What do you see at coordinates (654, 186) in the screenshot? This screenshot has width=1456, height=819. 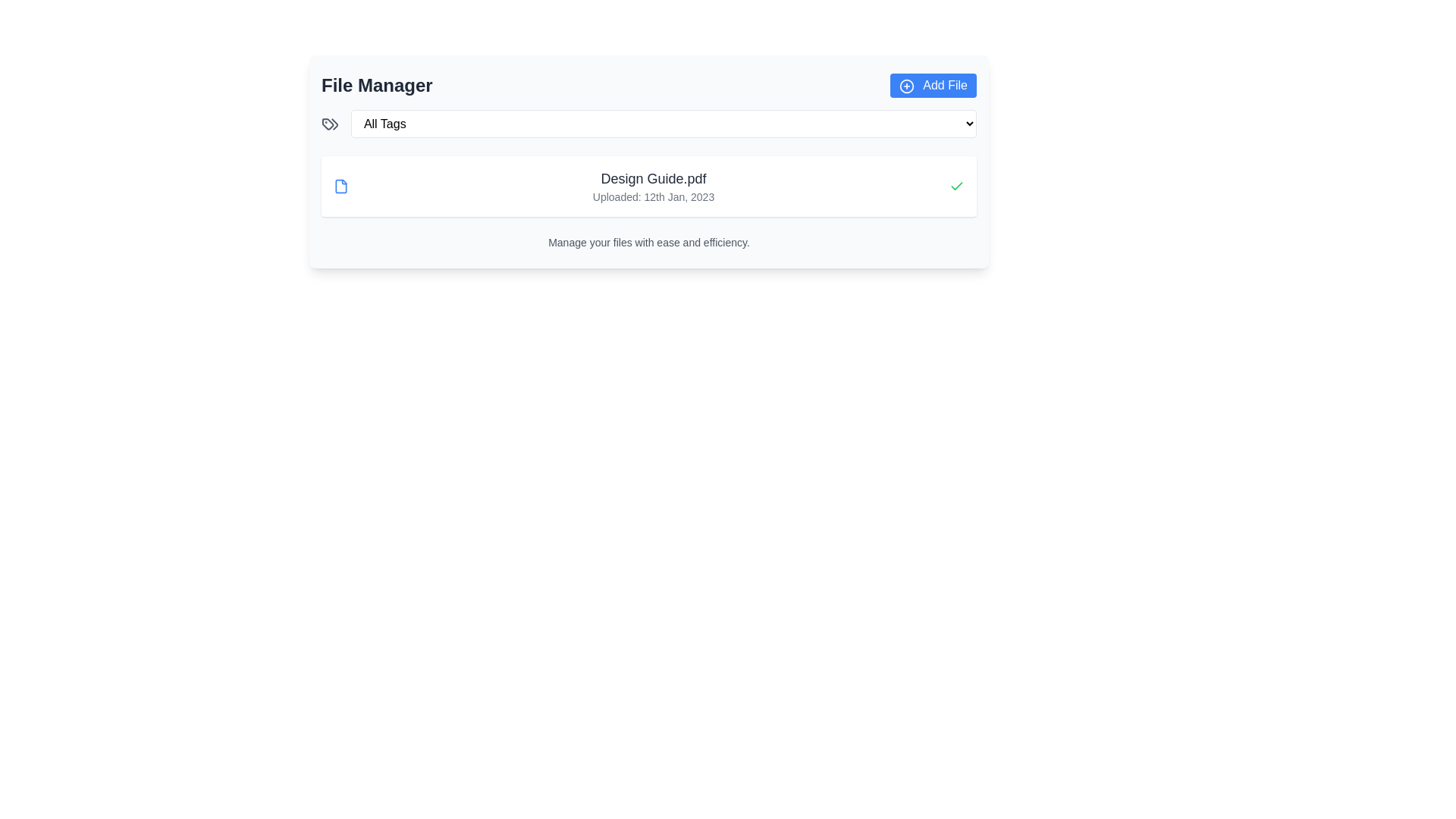 I see `title and subtitle of the file display labeled 'Design Guide.pdf' within the 'File Manager' interface, which is centrally positioned and includes additional metadata such as the upload date` at bounding box center [654, 186].